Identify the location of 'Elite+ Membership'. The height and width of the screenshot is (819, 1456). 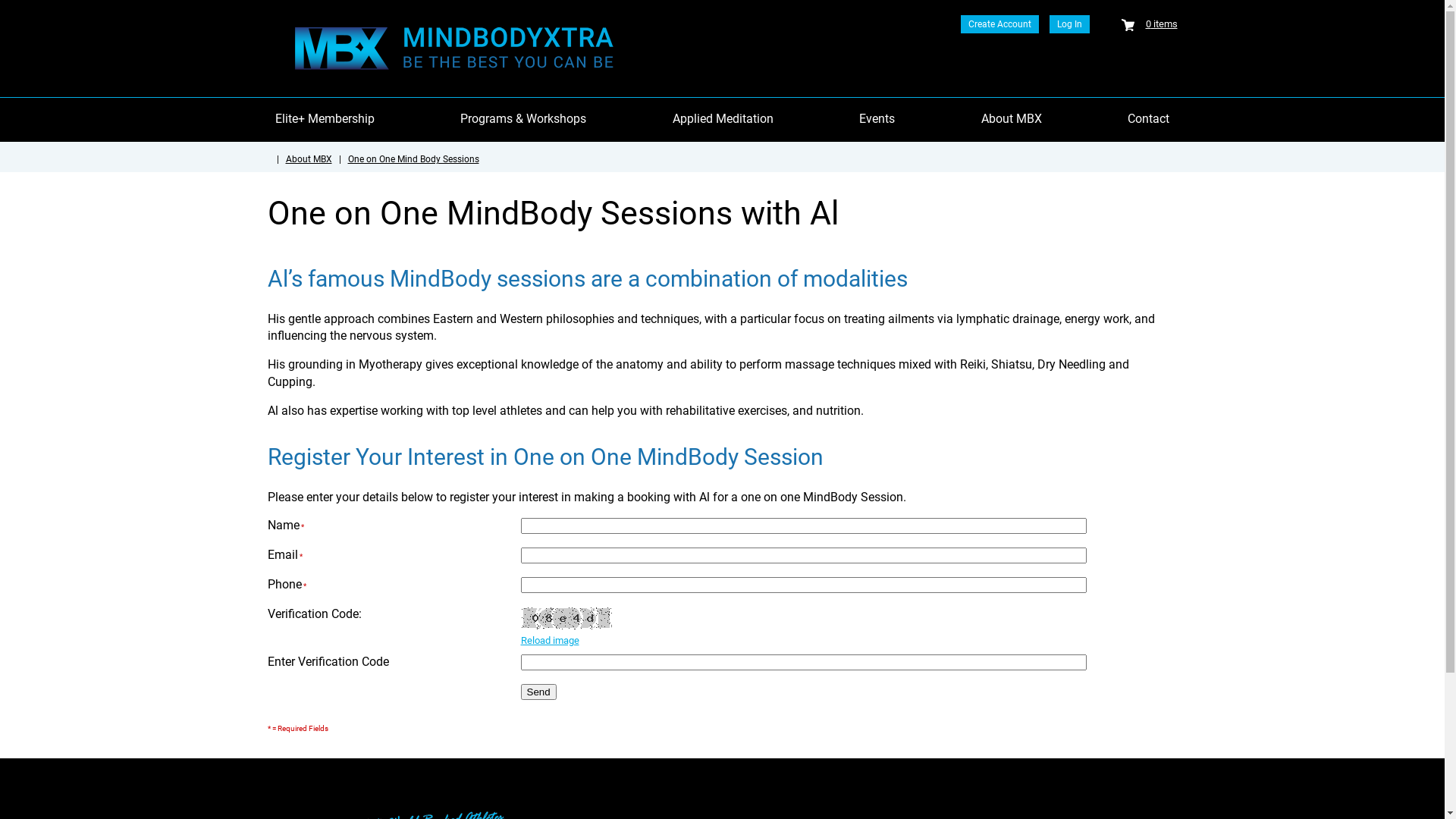
(323, 118).